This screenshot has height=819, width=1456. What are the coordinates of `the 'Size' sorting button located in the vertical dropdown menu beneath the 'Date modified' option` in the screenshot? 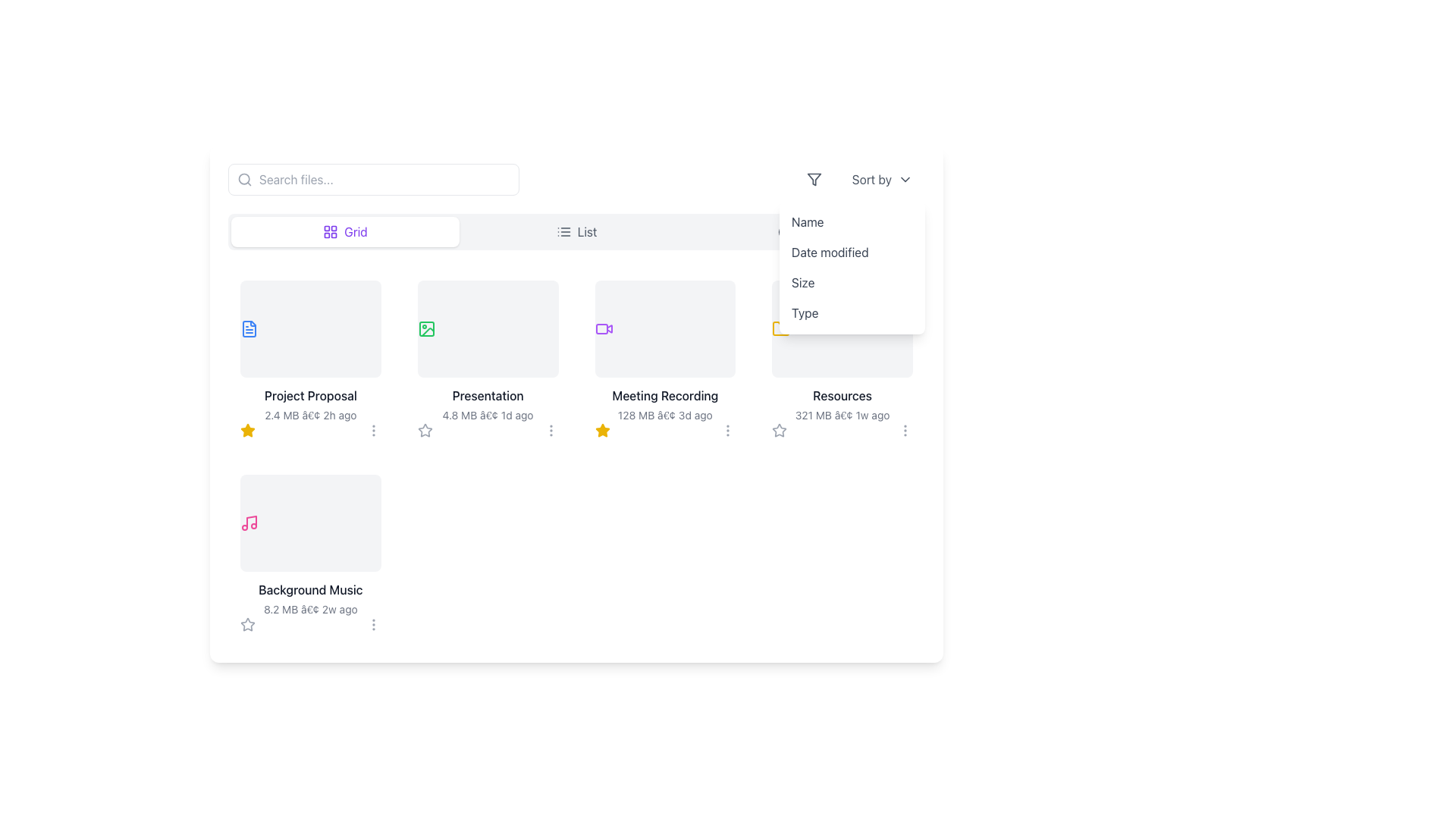 It's located at (852, 283).